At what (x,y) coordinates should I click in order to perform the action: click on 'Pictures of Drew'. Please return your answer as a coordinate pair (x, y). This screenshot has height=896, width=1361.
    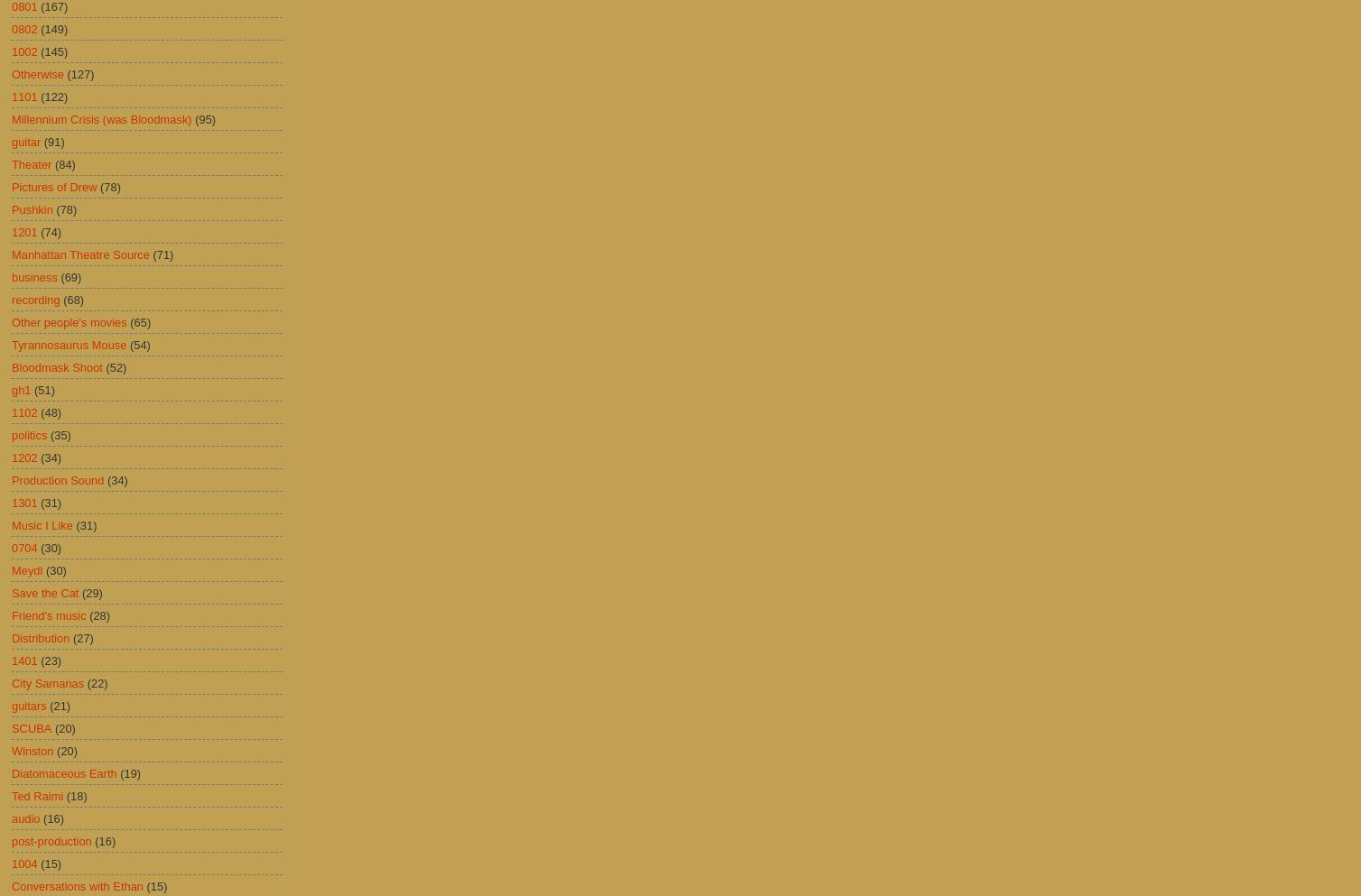
    Looking at the image, I should click on (54, 186).